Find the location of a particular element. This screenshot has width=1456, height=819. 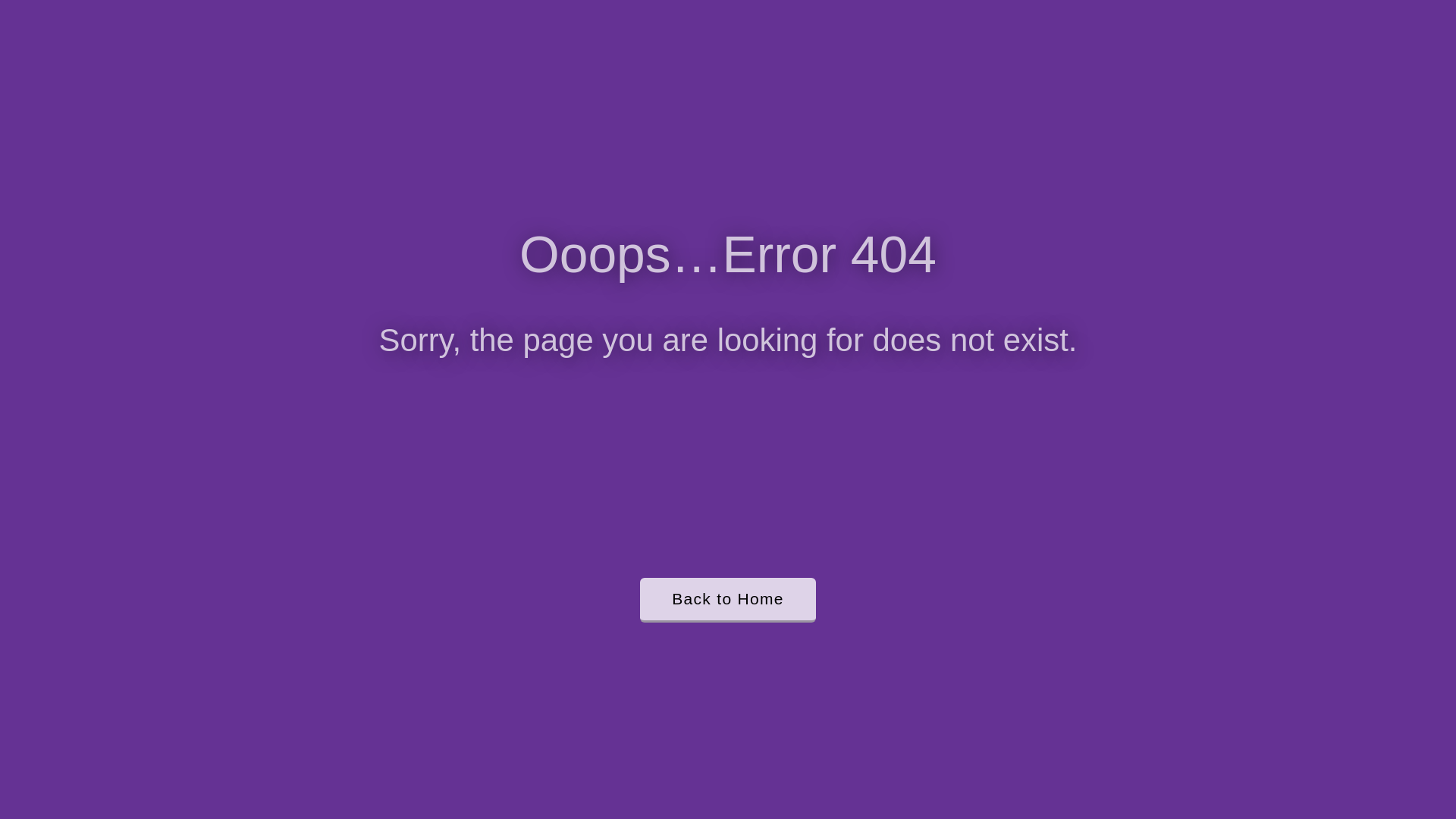

'Back to Home' is located at coordinates (728, 599).